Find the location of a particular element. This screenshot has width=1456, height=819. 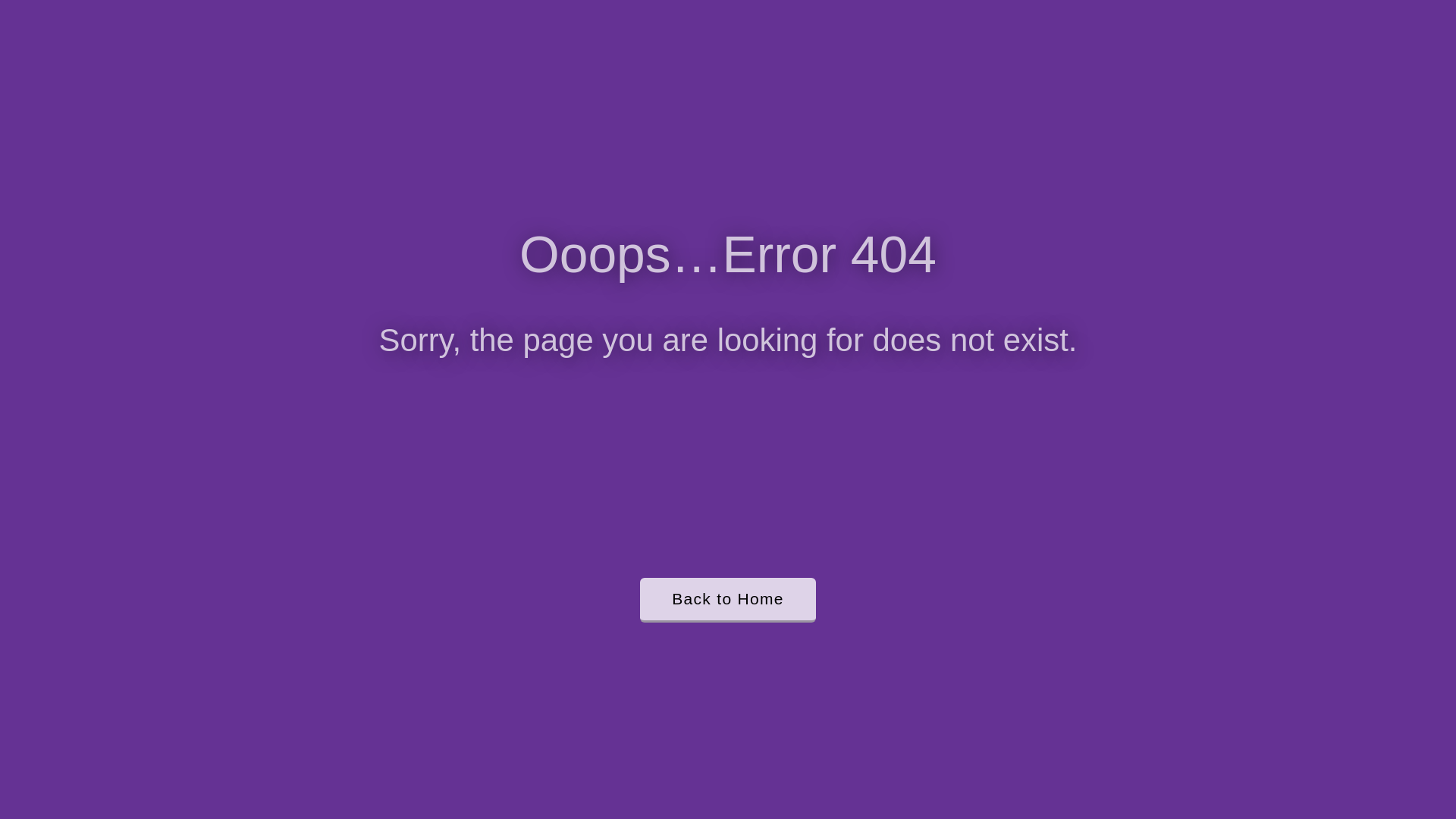

'Back to Home' is located at coordinates (728, 599).